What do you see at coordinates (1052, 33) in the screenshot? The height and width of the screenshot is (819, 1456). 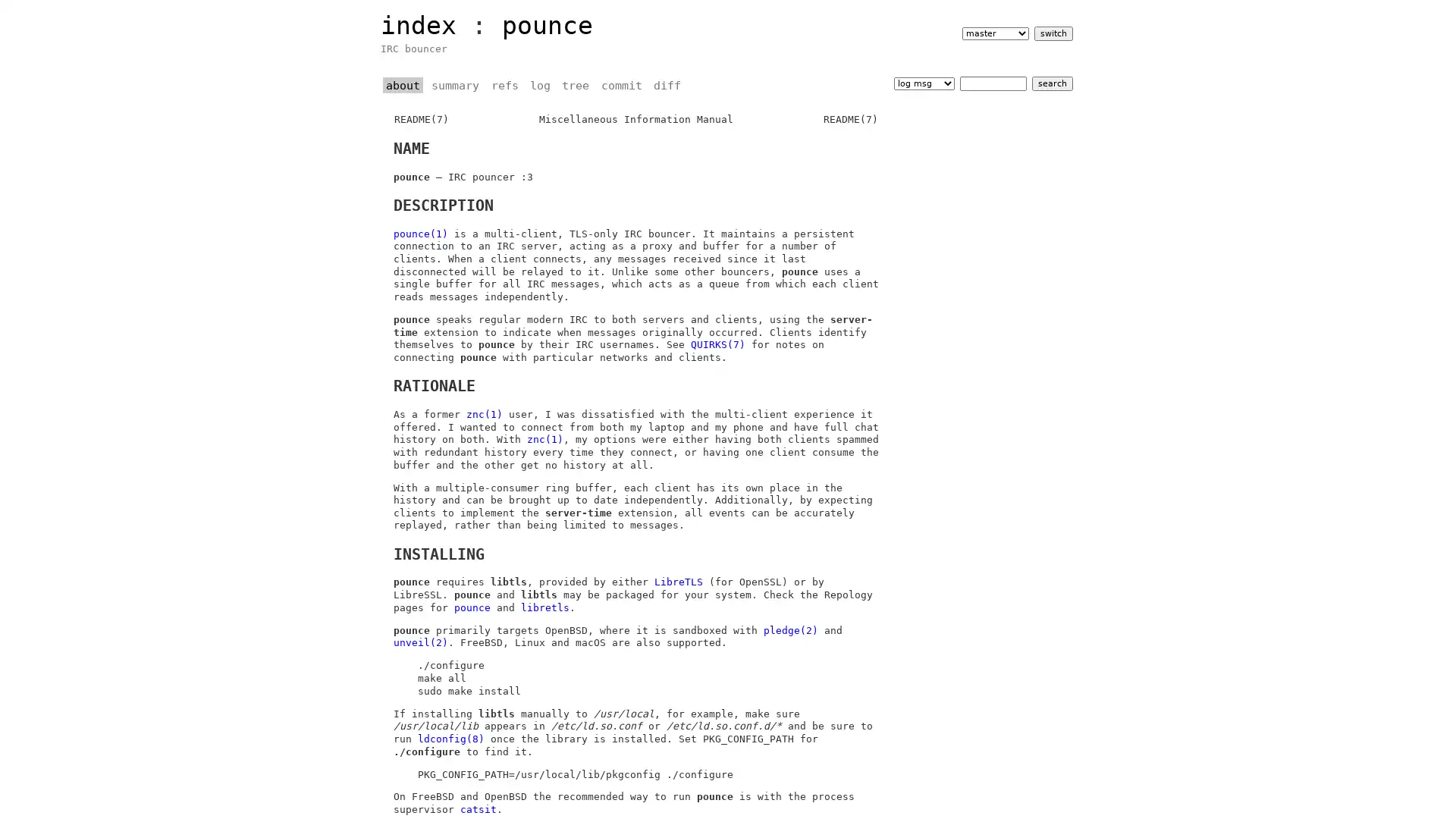 I see `switch` at bounding box center [1052, 33].